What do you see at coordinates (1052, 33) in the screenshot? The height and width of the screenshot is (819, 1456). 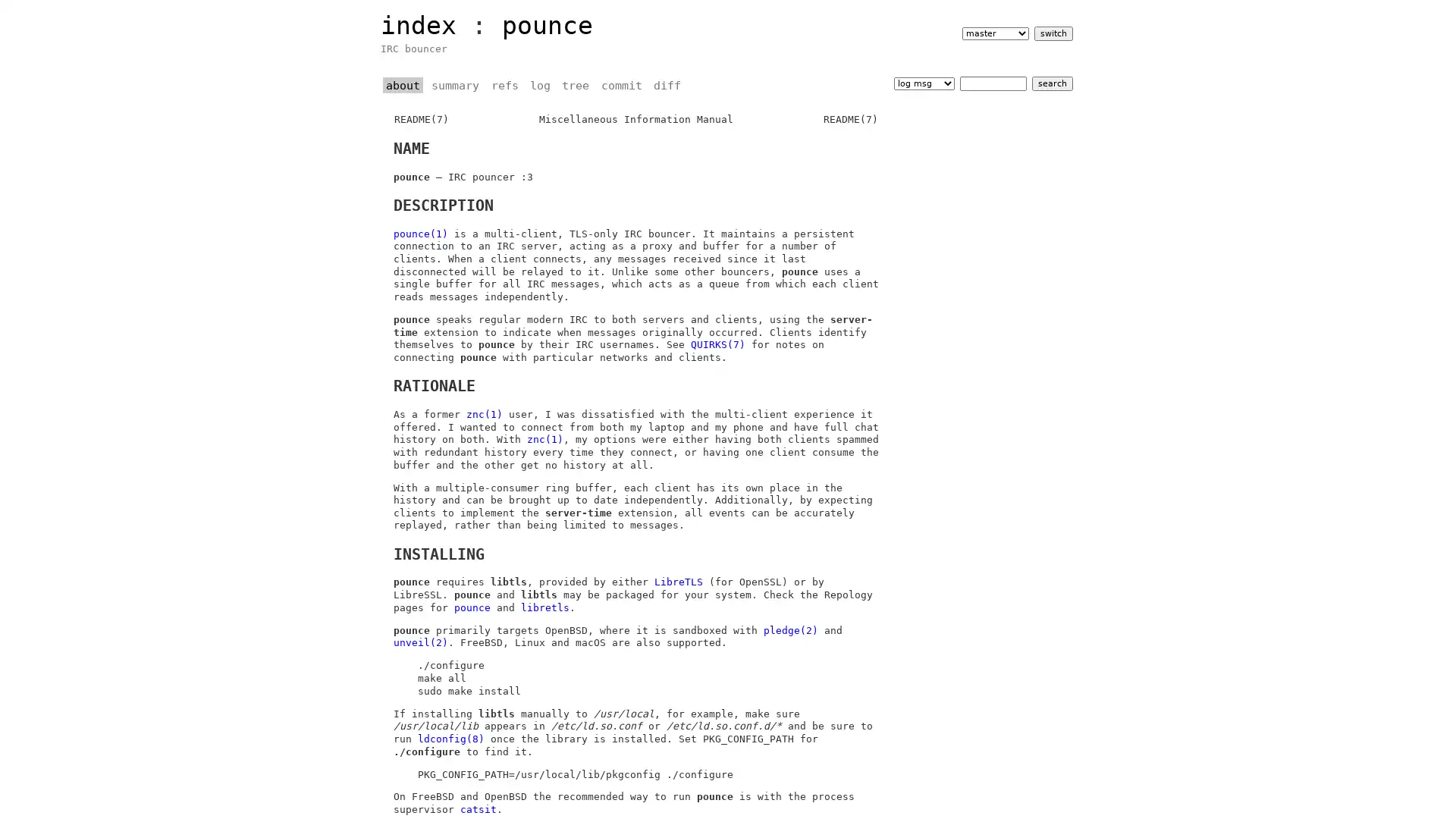 I see `switch` at bounding box center [1052, 33].